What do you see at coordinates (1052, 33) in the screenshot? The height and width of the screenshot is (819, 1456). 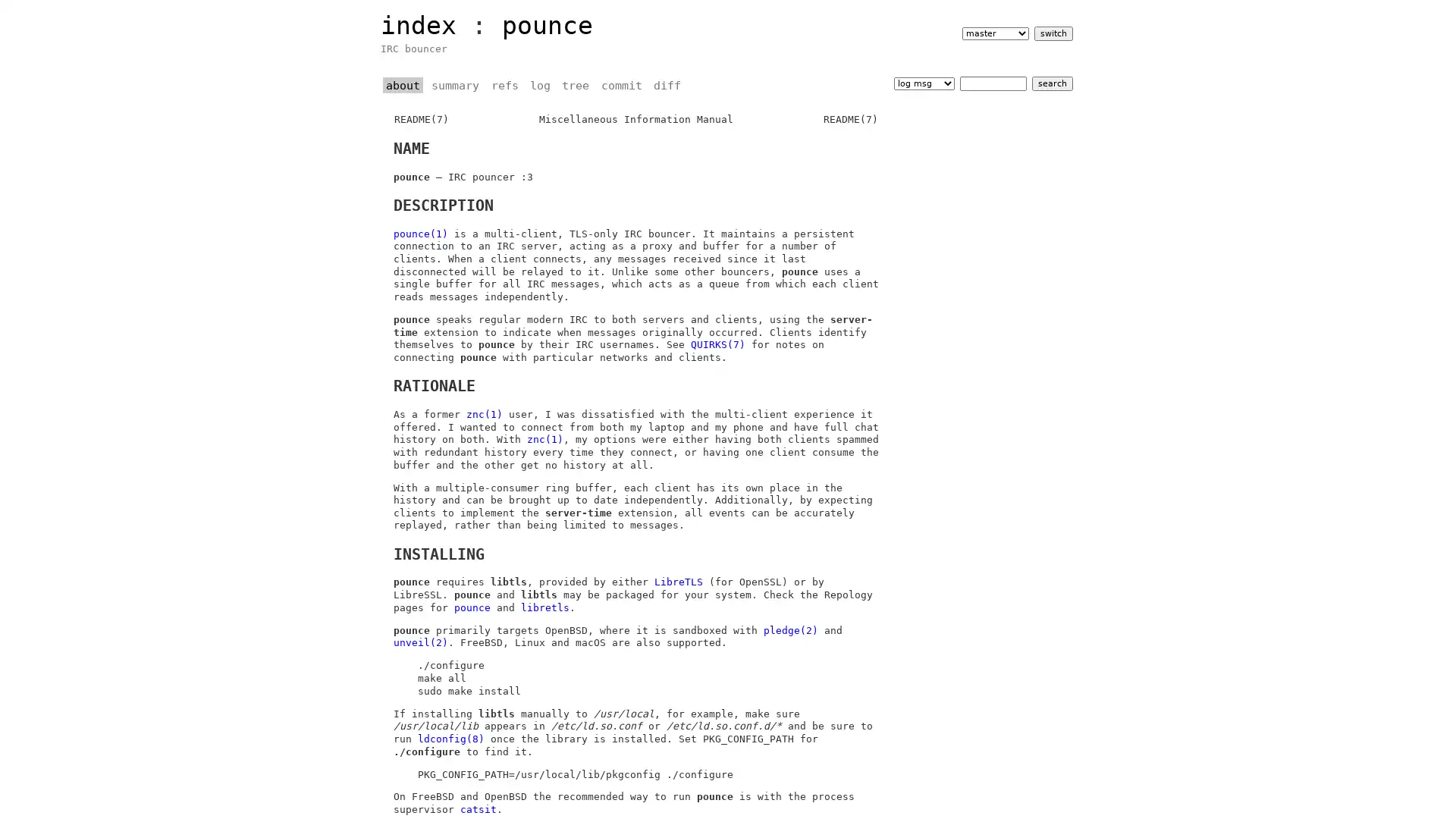 I see `switch` at bounding box center [1052, 33].